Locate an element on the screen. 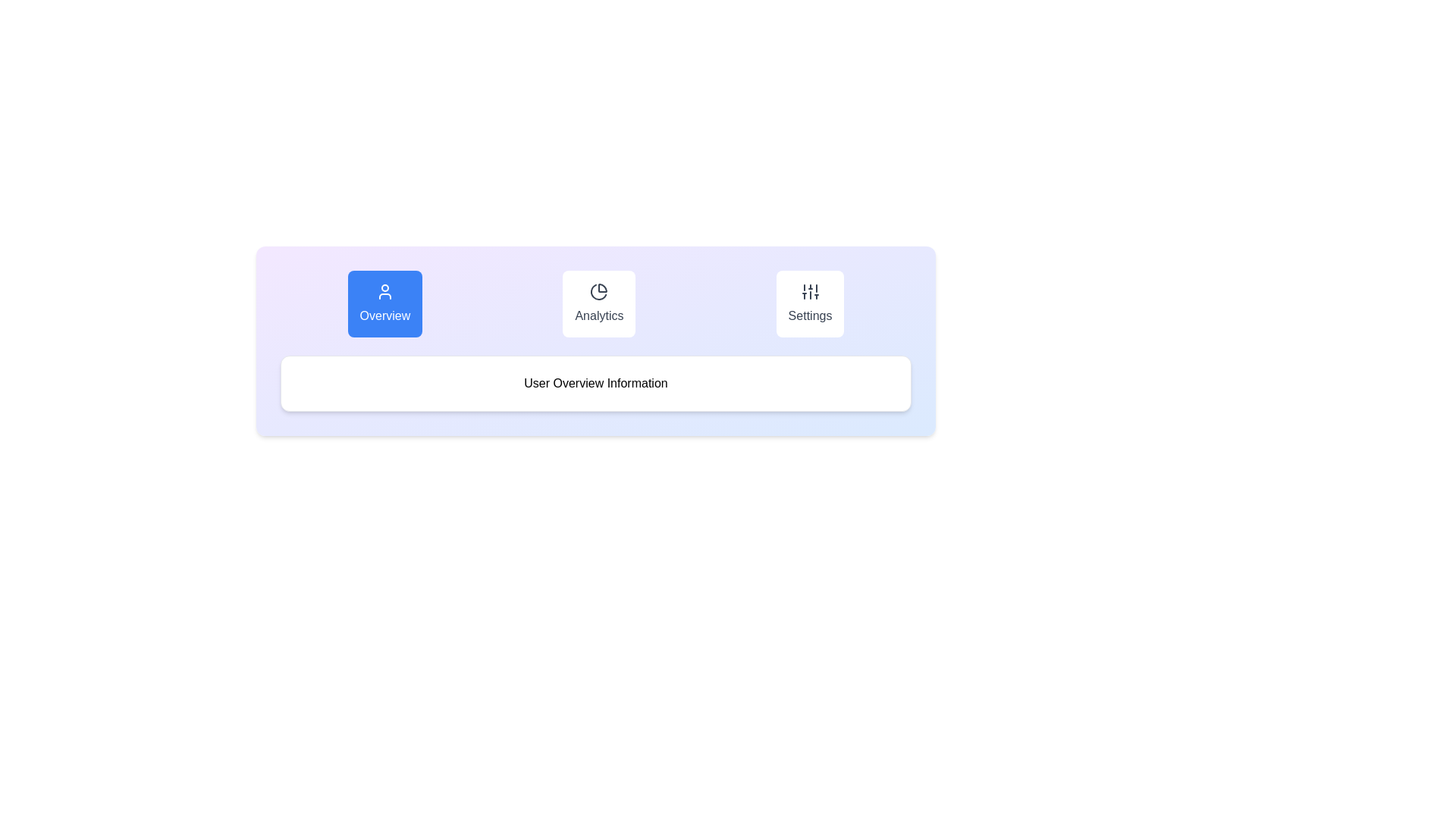  the Settings tab by clicking on its corresponding button is located at coordinates (809, 304).